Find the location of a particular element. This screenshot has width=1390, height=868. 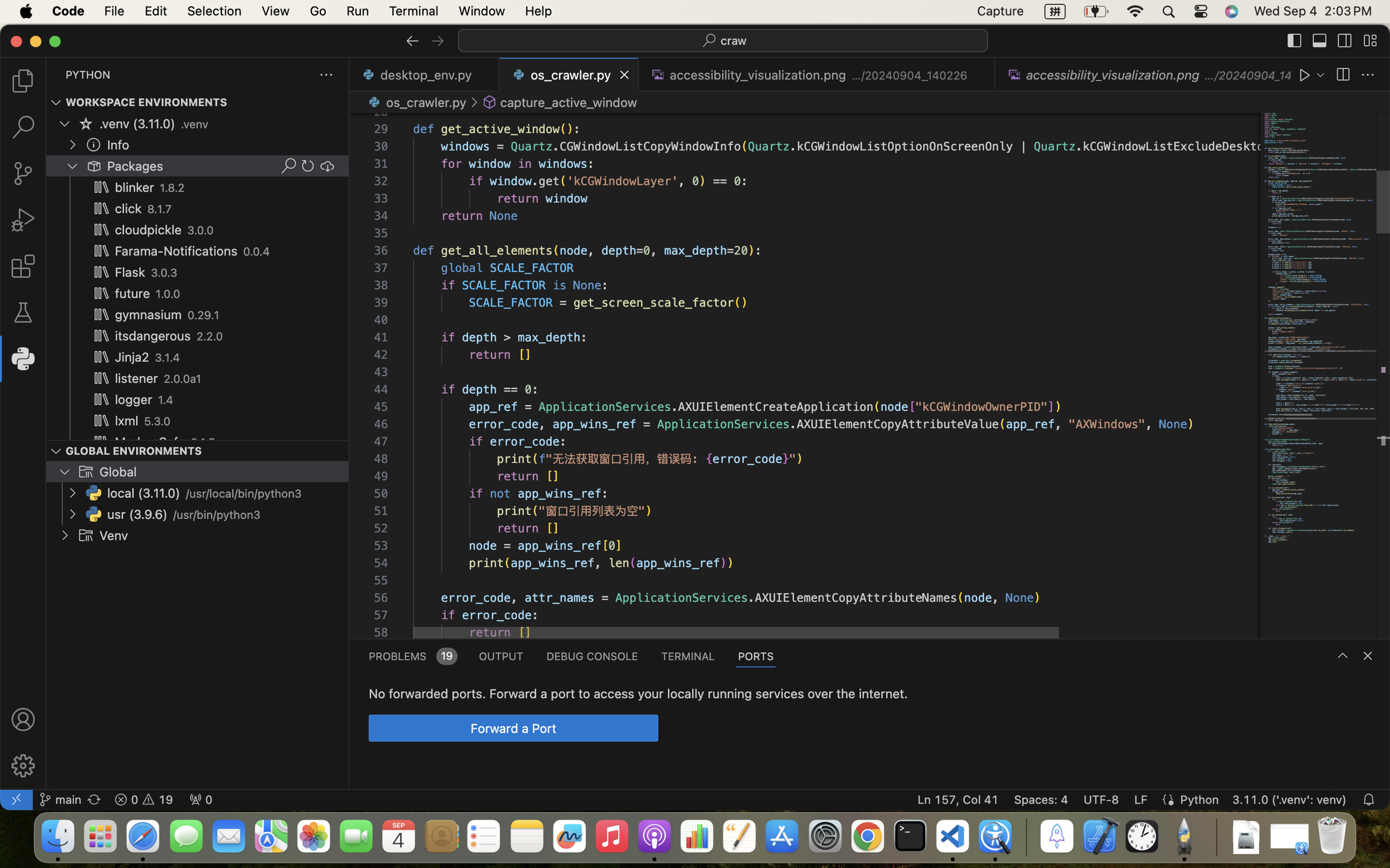

'' is located at coordinates (412, 40).